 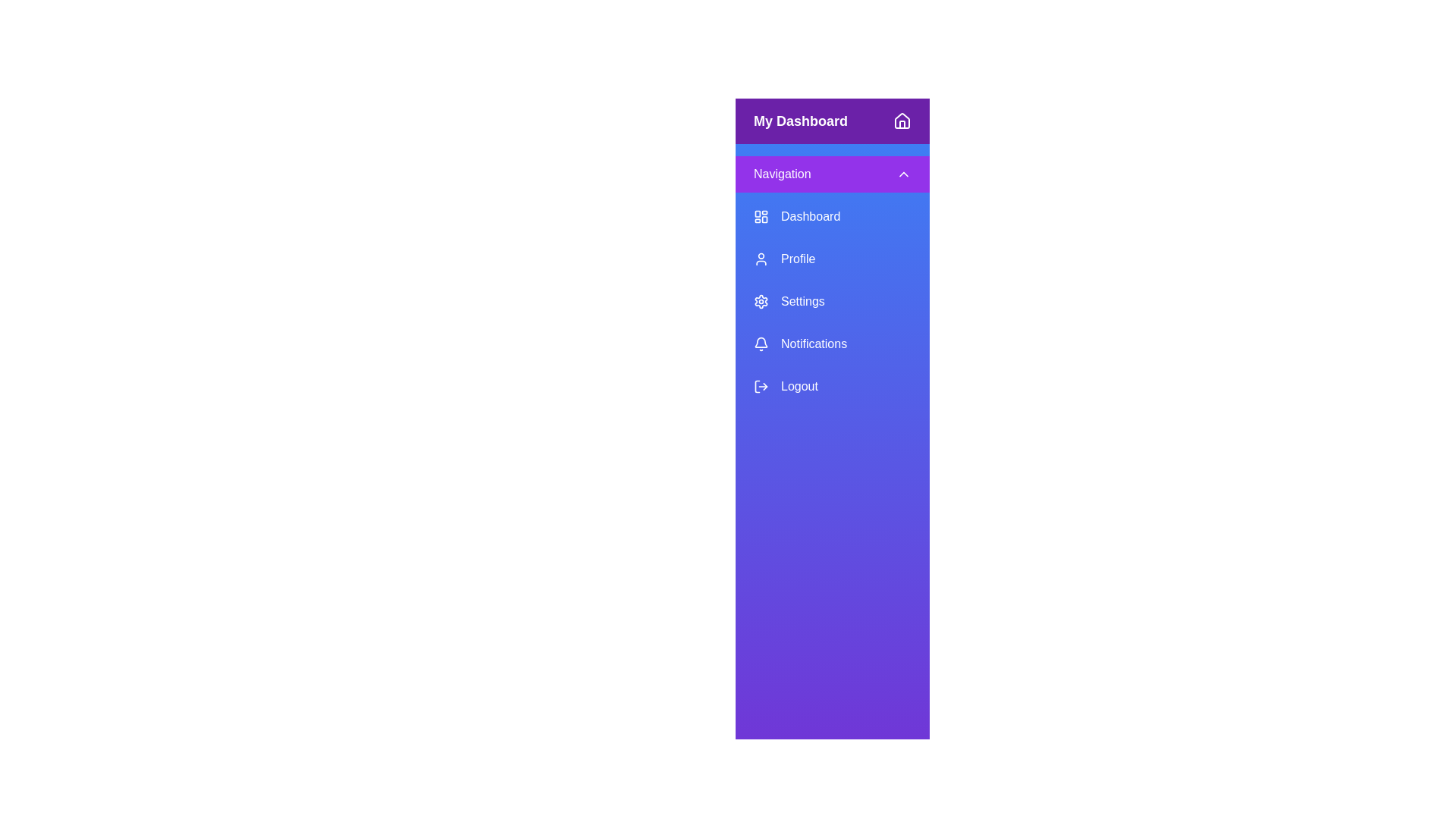 I want to click on the 'My Dashboard' title element located at the top of the sidebar navigation layout, so click(x=832, y=120).